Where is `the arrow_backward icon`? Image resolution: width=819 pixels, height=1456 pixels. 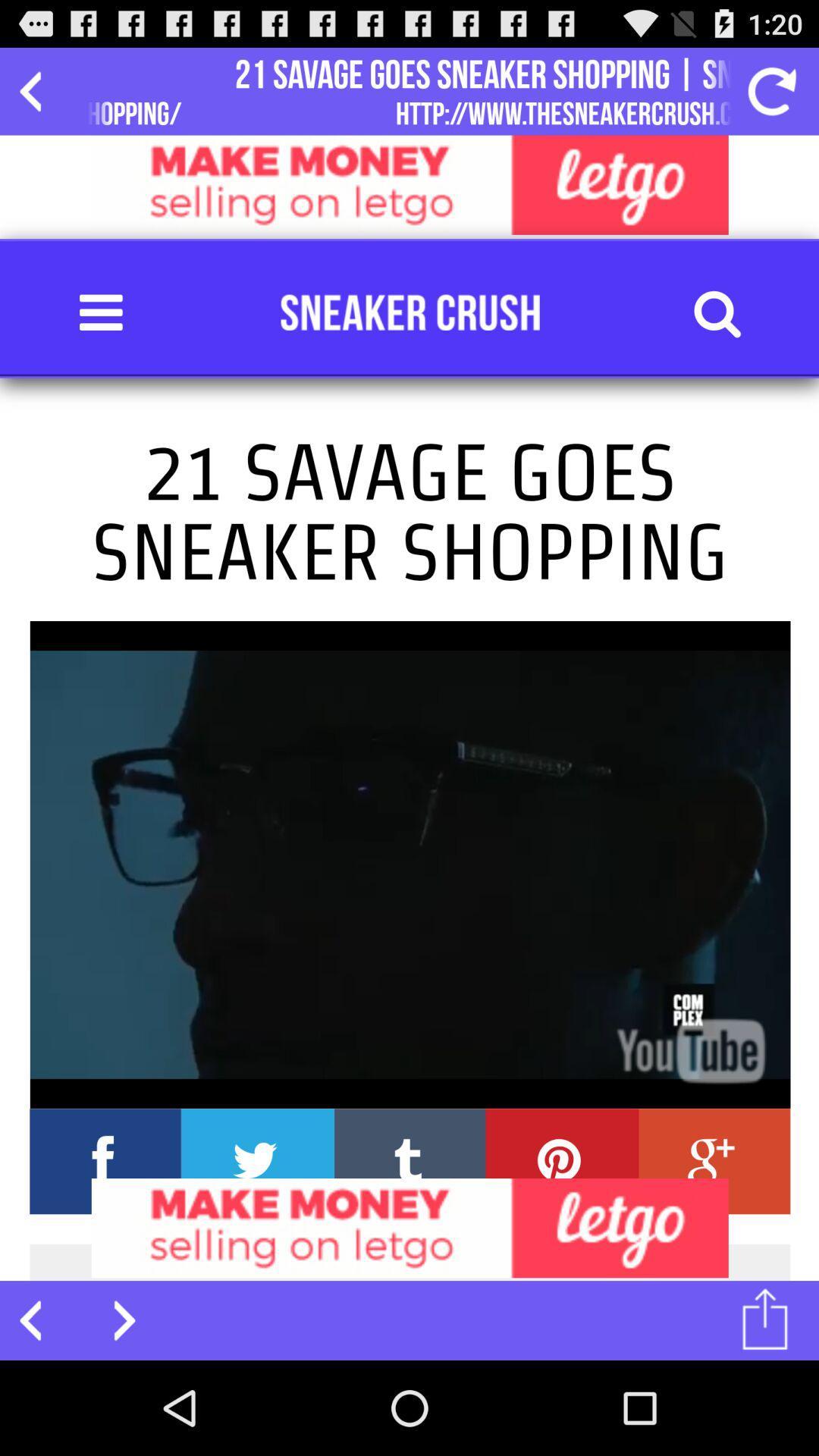 the arrow_backward icon is located at coordinates (39, 1412).